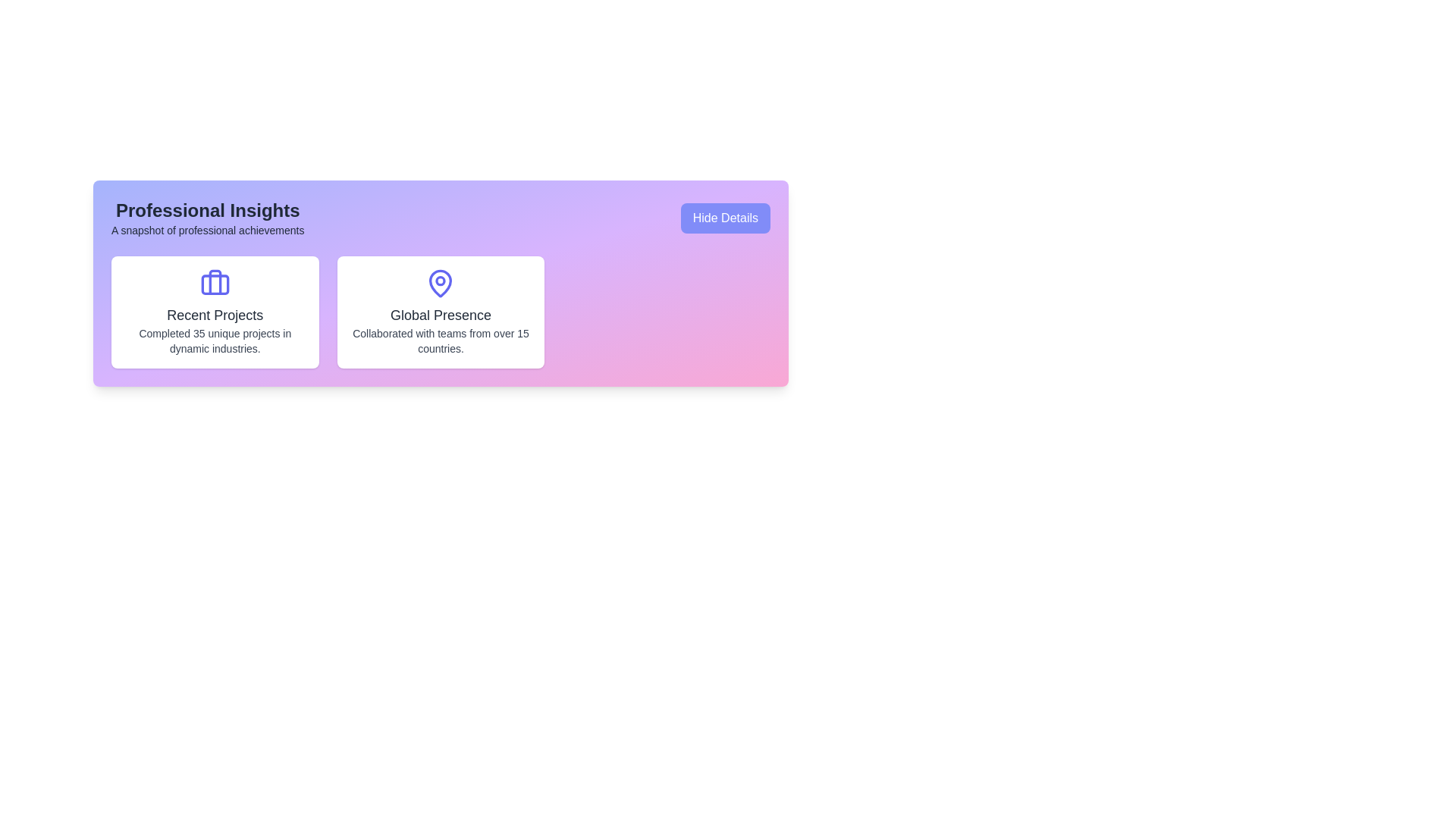 The width and height of the screenshot is (1456, 819). What do you see at coordinates (214, 282) in the screenshot?
I see `the vertical rectangular shape in the icon area of the 'Recent Projects' card, which is positioned in the top-left card` at bounding box center [214, 282].